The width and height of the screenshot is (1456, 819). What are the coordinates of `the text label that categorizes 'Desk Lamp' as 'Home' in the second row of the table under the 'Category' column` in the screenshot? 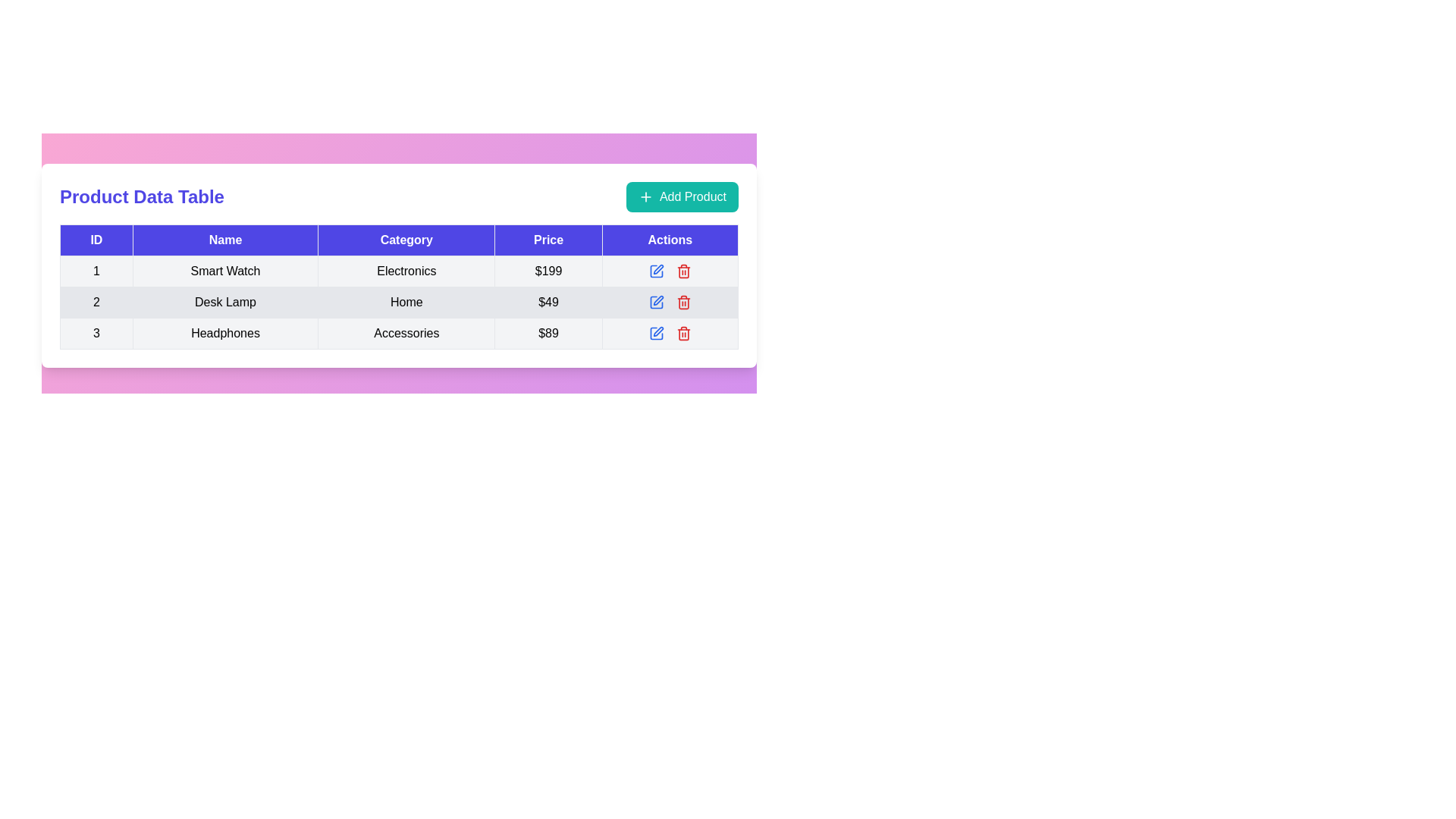 It's located at (406, 302).